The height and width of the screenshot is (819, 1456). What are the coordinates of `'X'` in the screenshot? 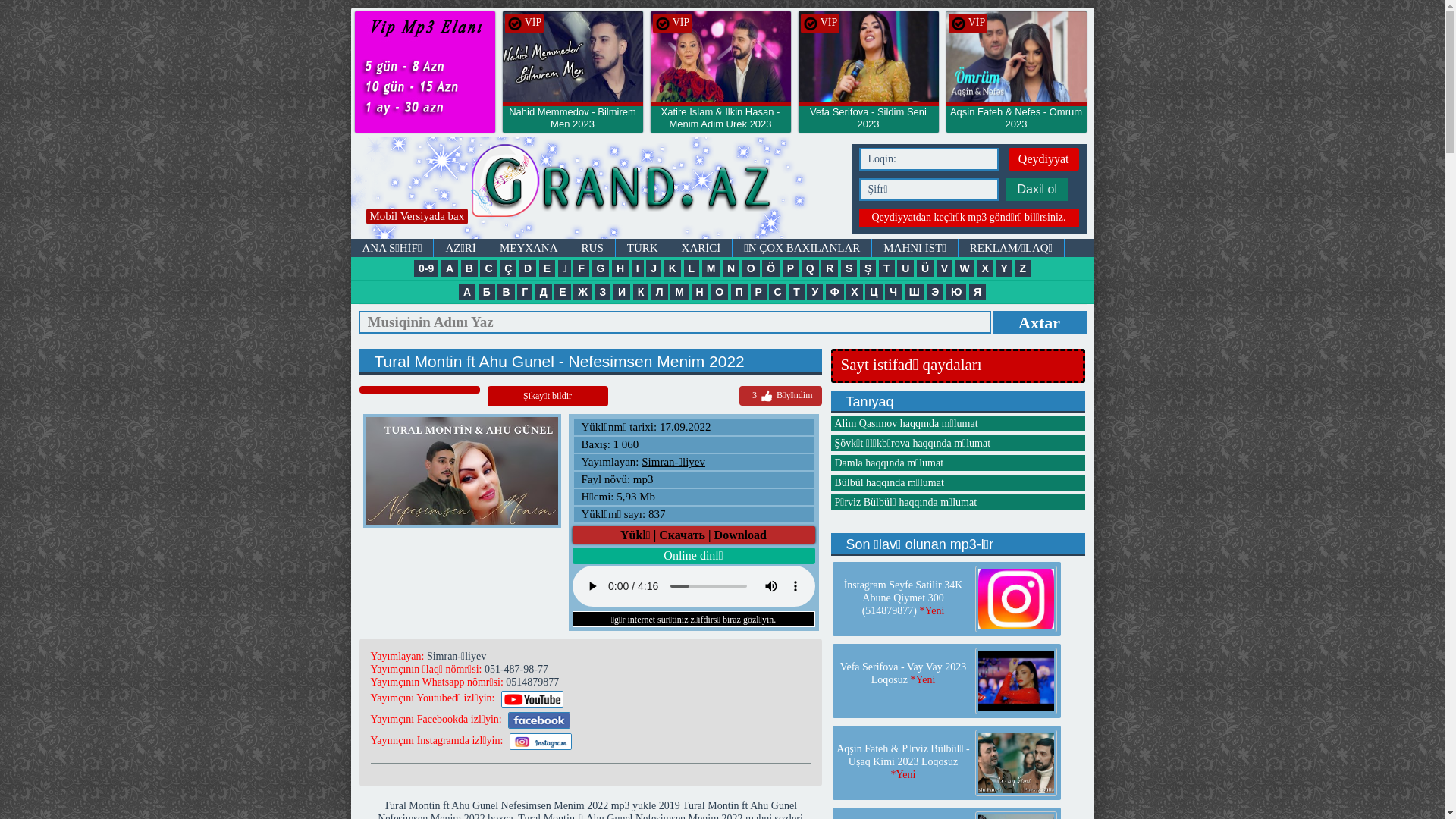 It's located at (984, 268).